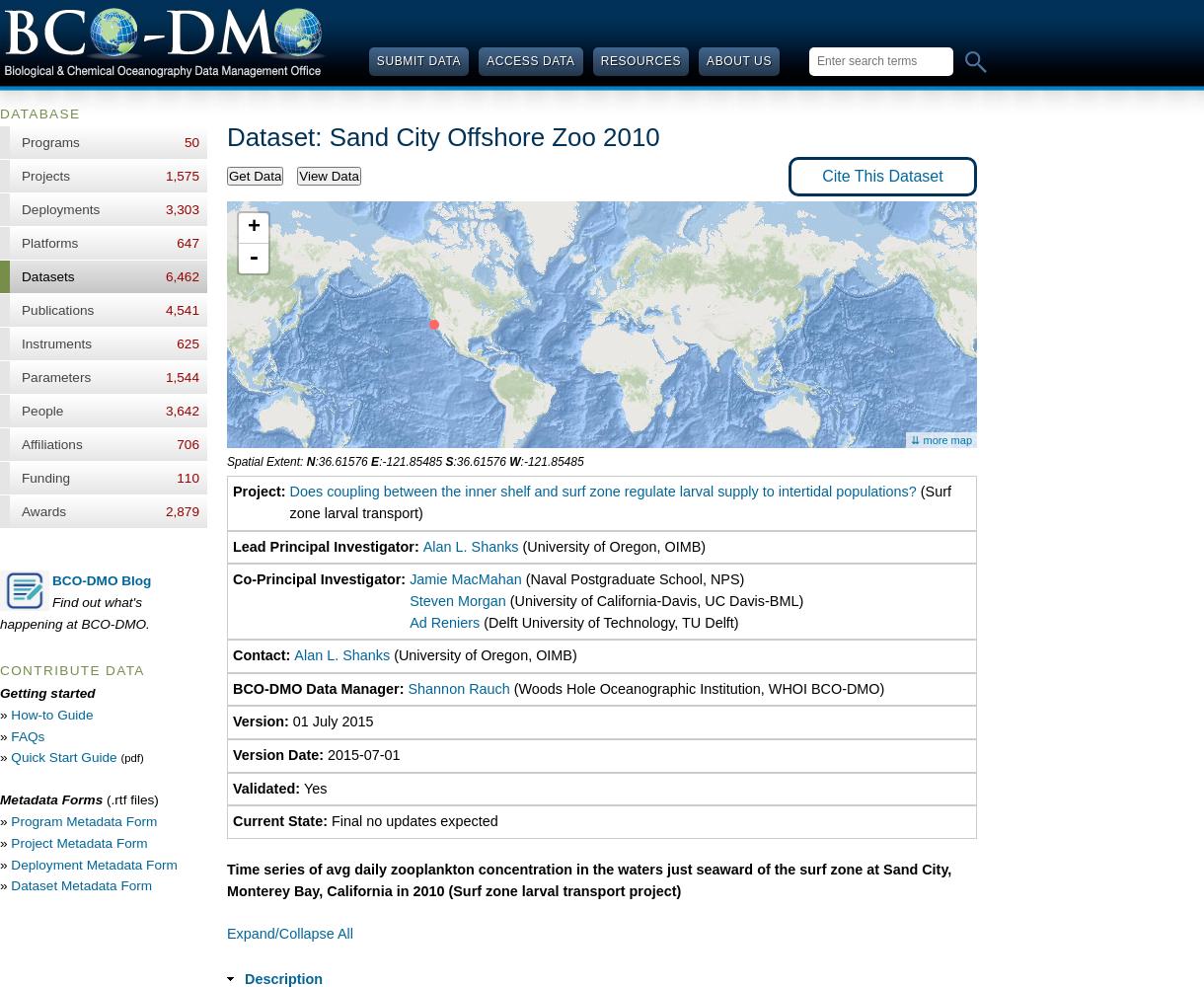 This screenshot has width=1204, height=987. Describe the element at coordinates (41, 411) in the screenshot. I see `'People'` at that location.